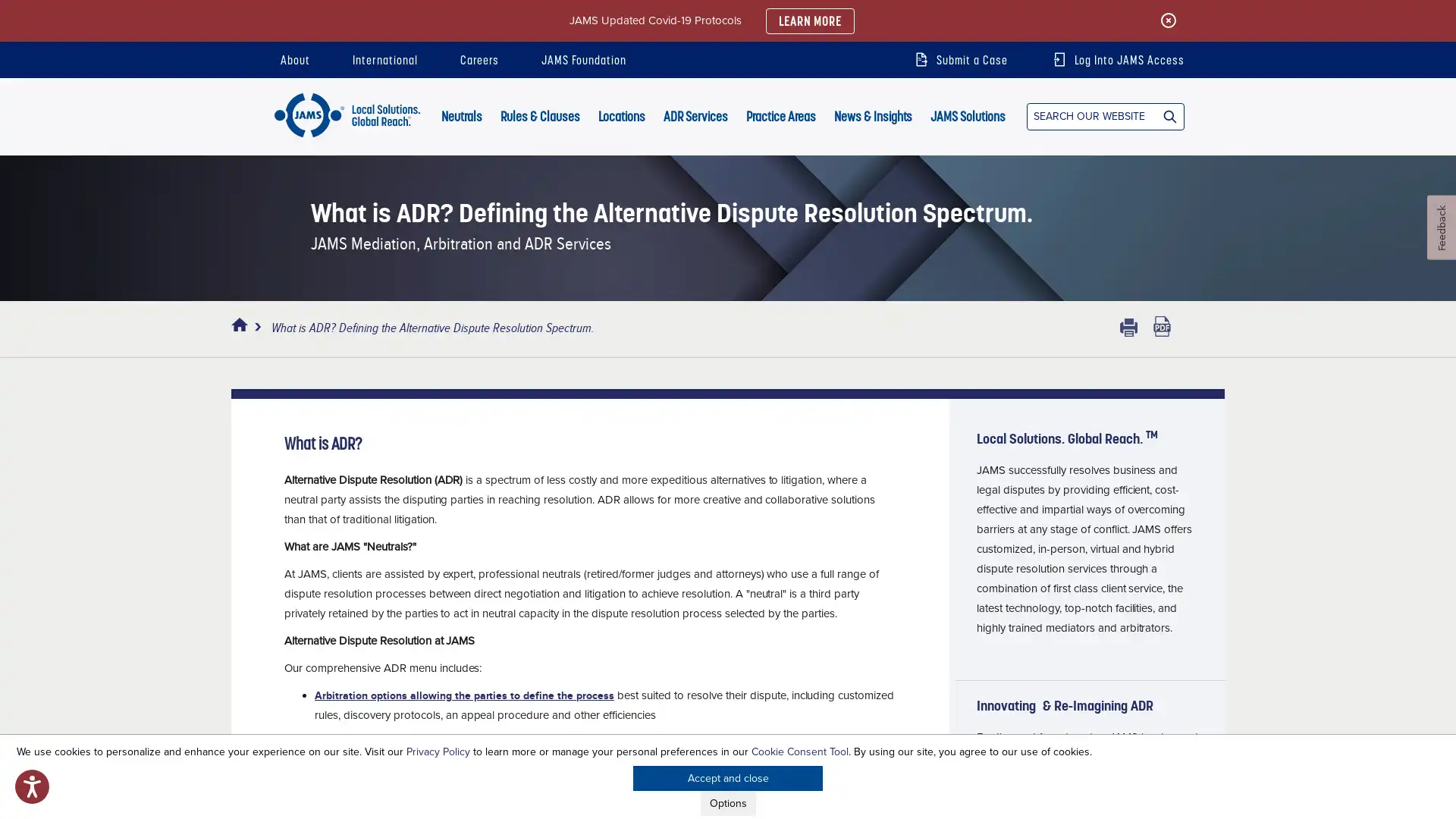  I want to click on Accept and close, so click(728, 778).